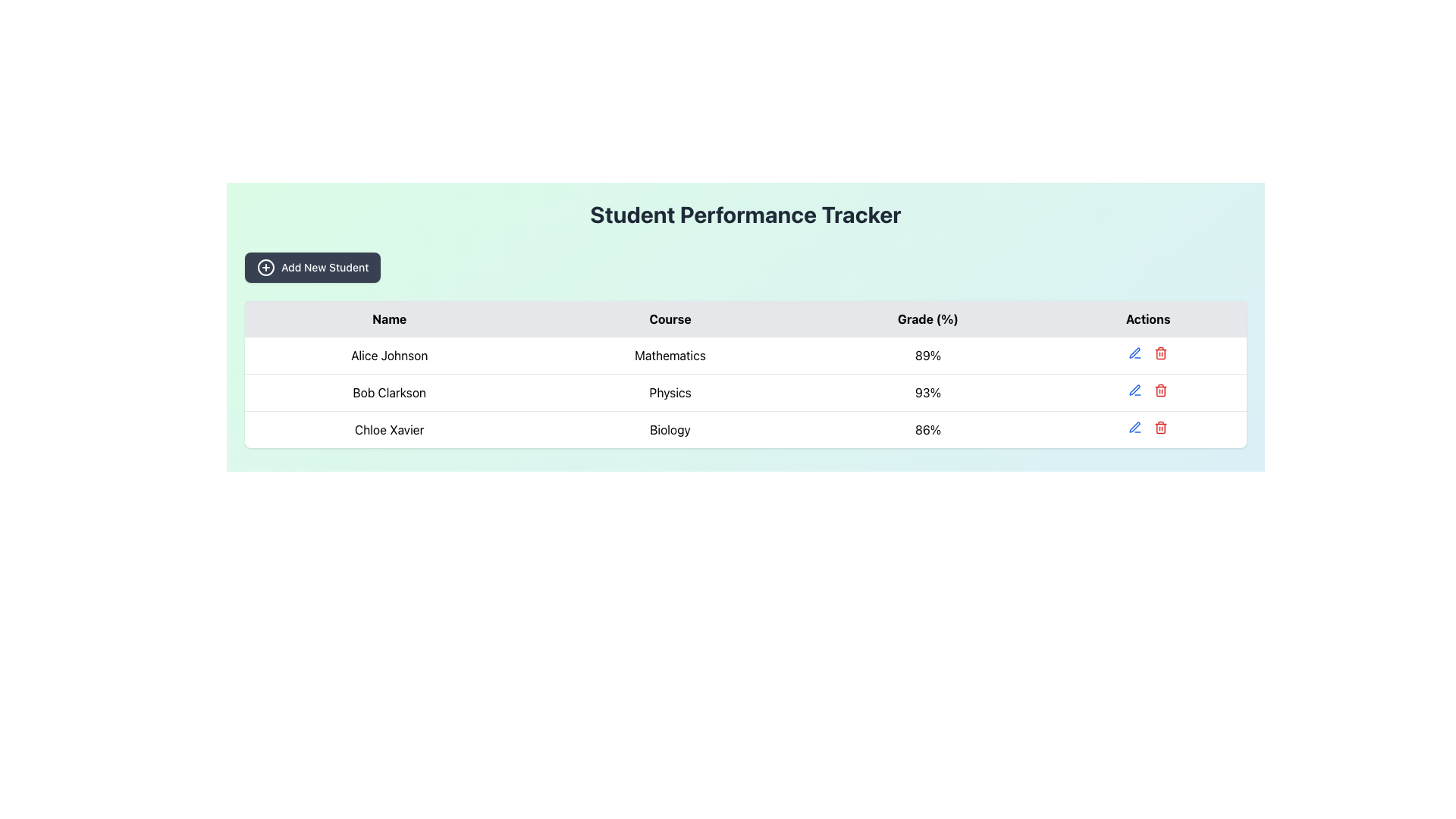 The image size is (1456, 819). Describe the element at coordinates (745, 356) in the screenshot. I see `on the first row of the table representing student performance with the name 'Alice Johnson', course 'Mathematics', and grade '89%'` at that location.